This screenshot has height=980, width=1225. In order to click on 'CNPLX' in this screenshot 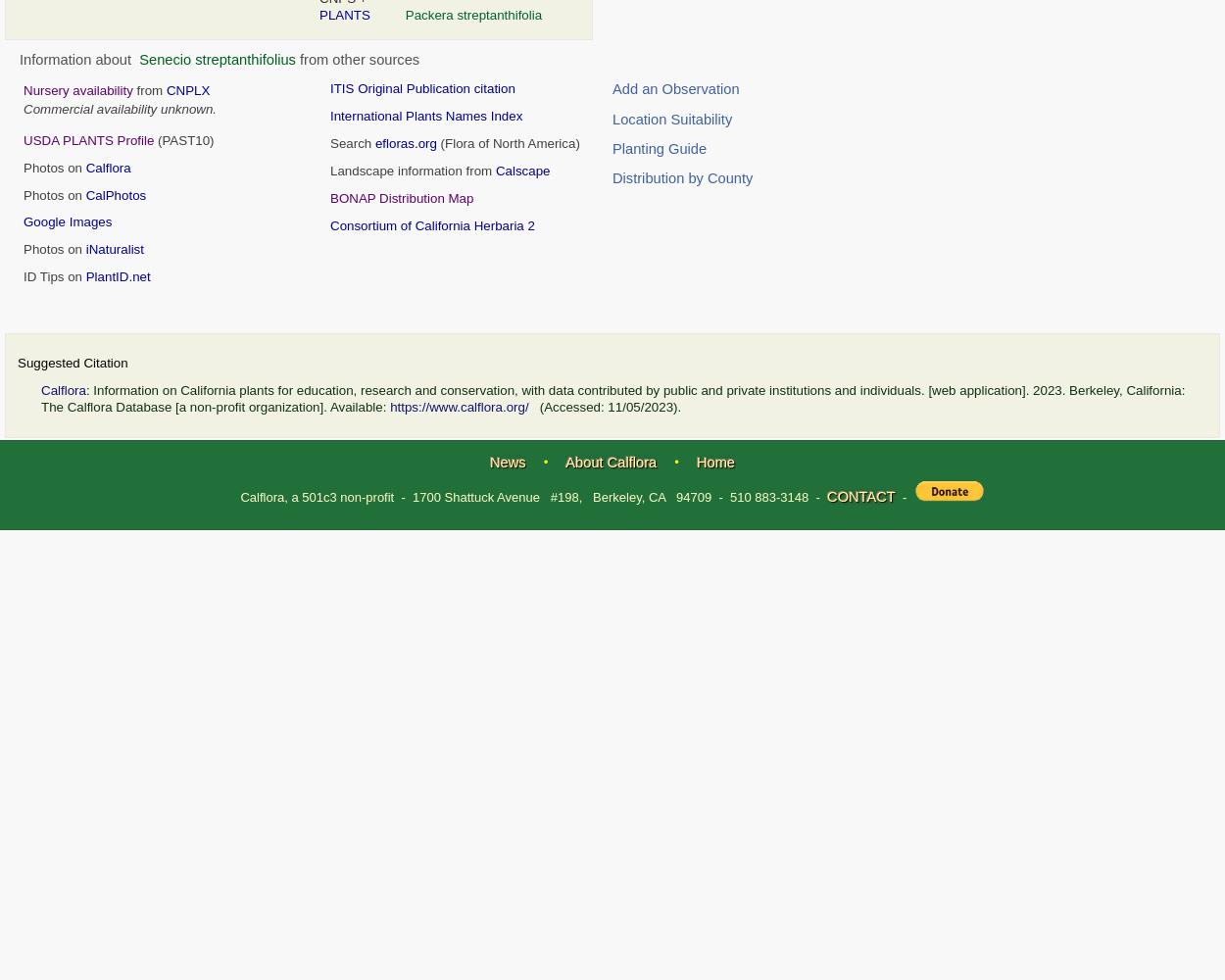, I will do `click(165, 89)`.